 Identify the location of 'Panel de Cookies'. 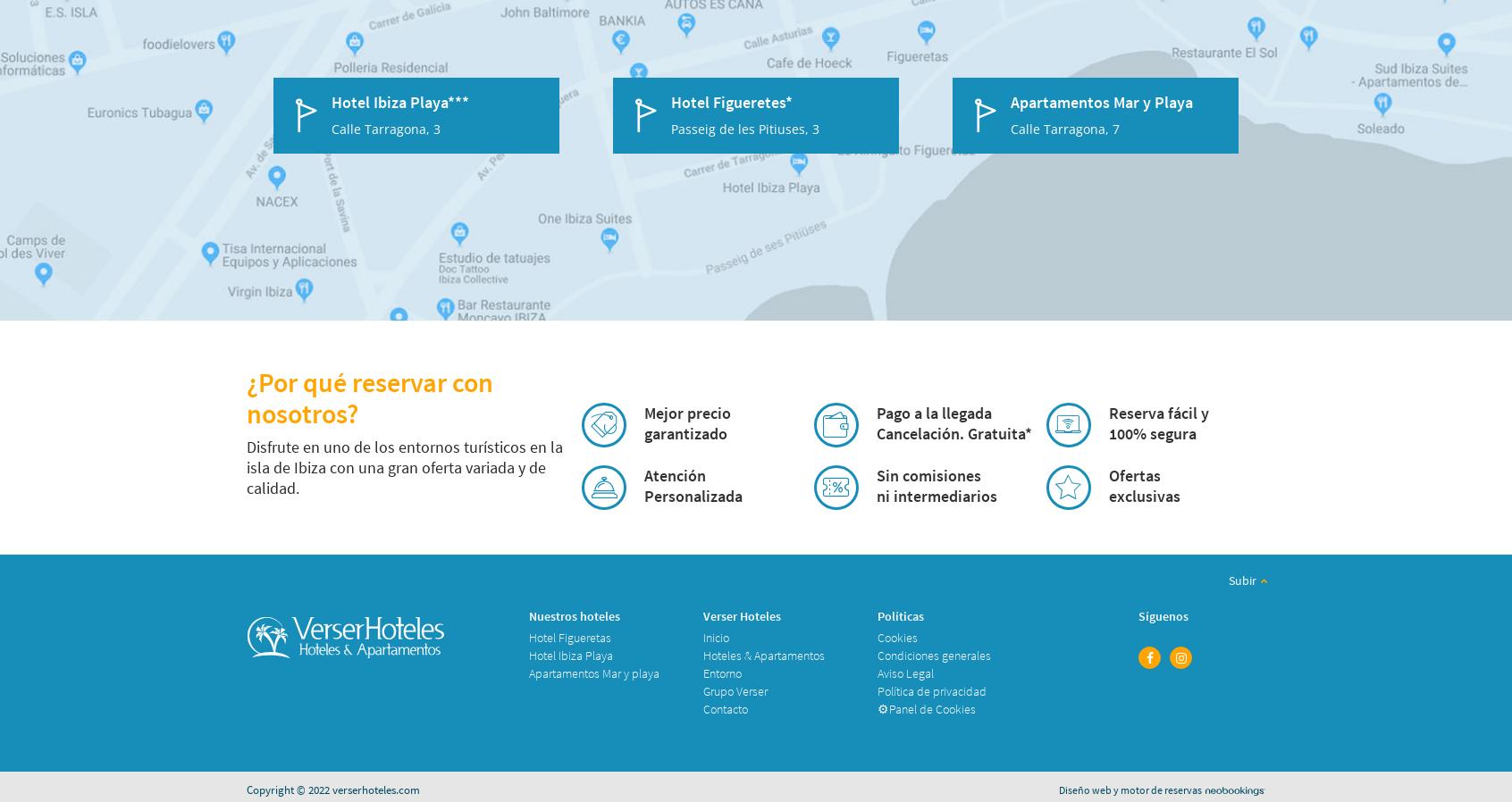
(930, 709).